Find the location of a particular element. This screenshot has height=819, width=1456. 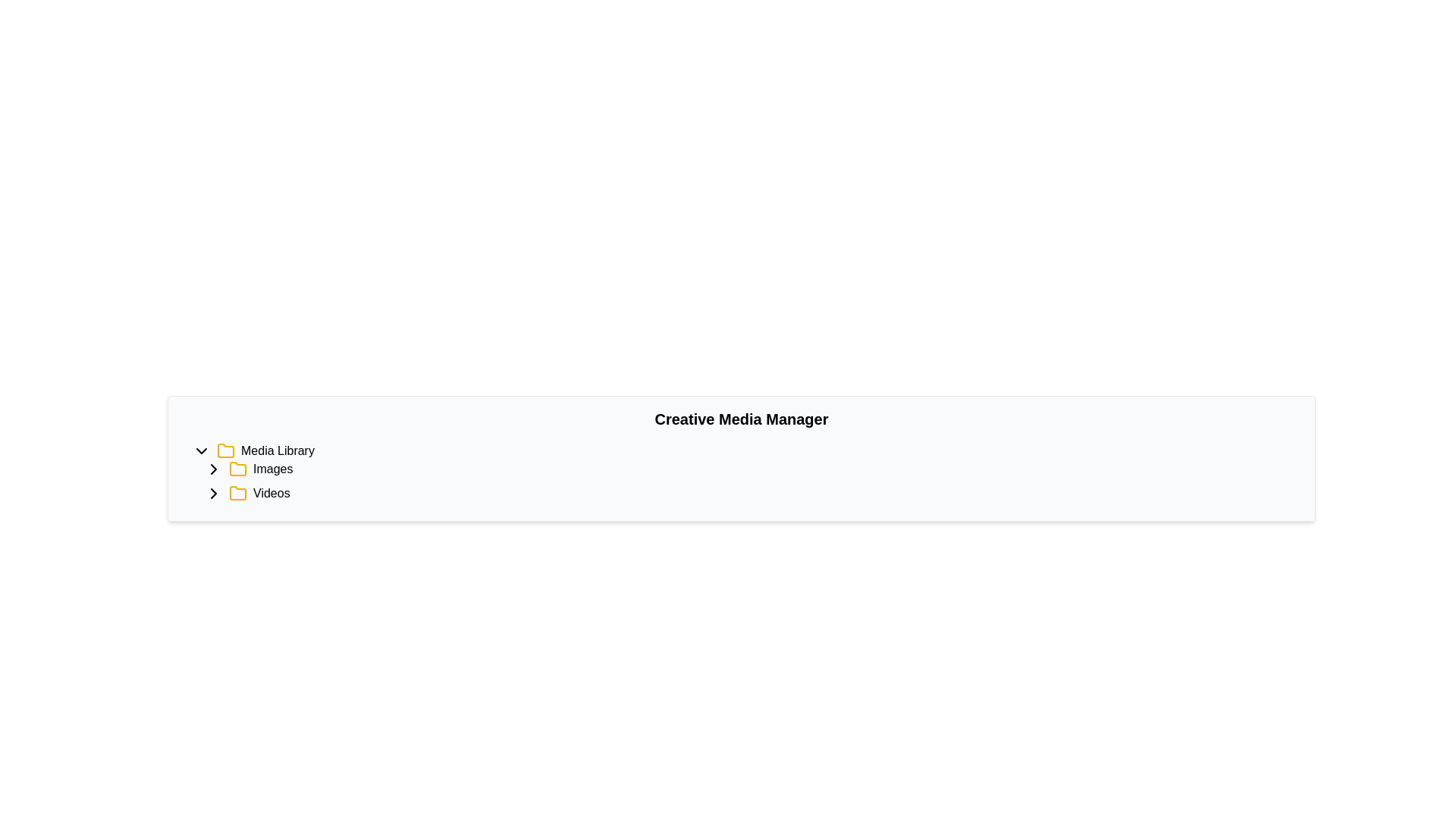

the 'Videos' category icon, which is a folder icon located directly before the text 'Videos' in a list of items is located at coordinates (237, 494).